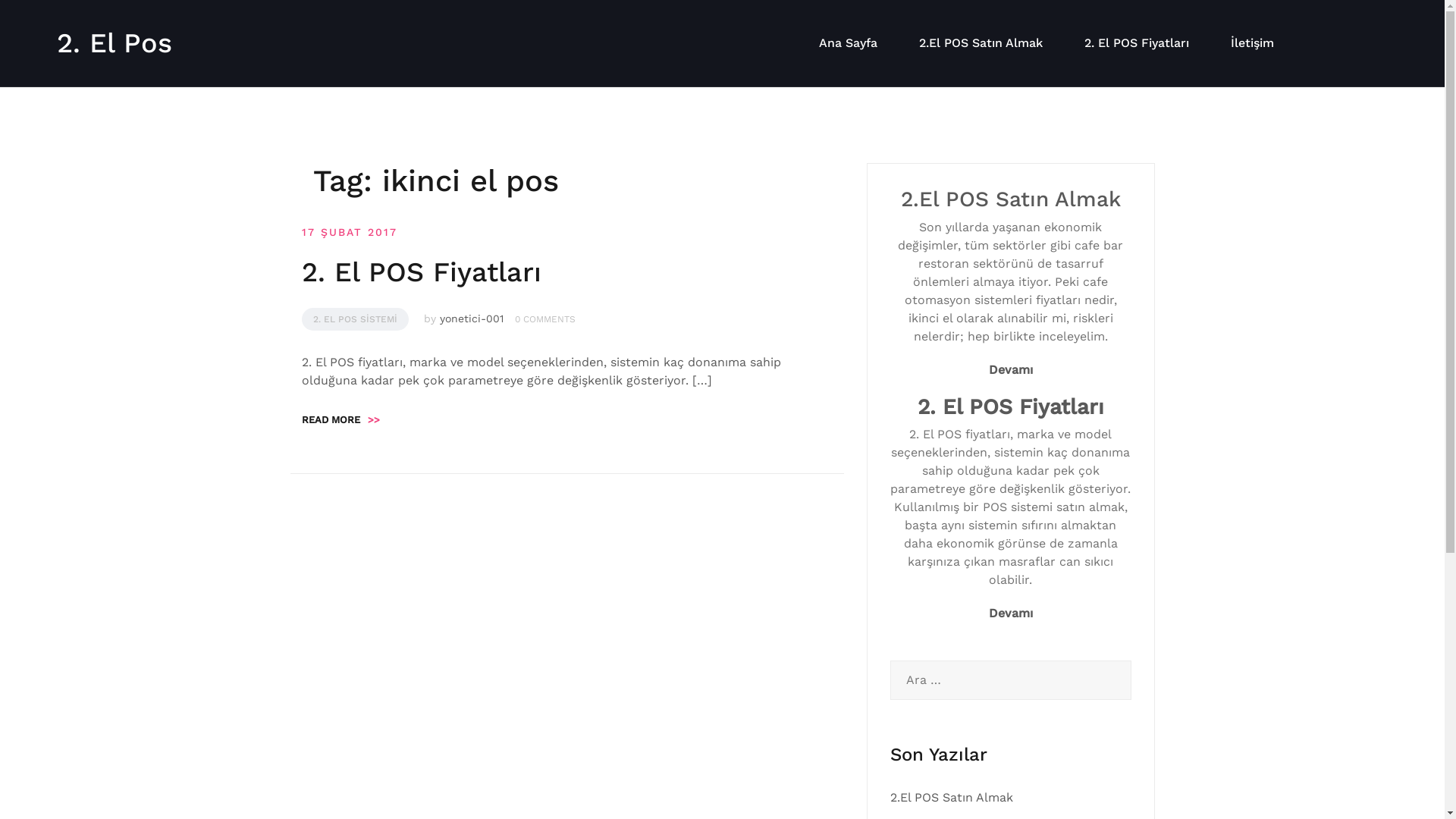 Image resolution: width=1456 pixels, height=819 pixels. Describe the element at coordinates (340, 420) in the screenshot. I see `'READ MORE>>'` at that location.